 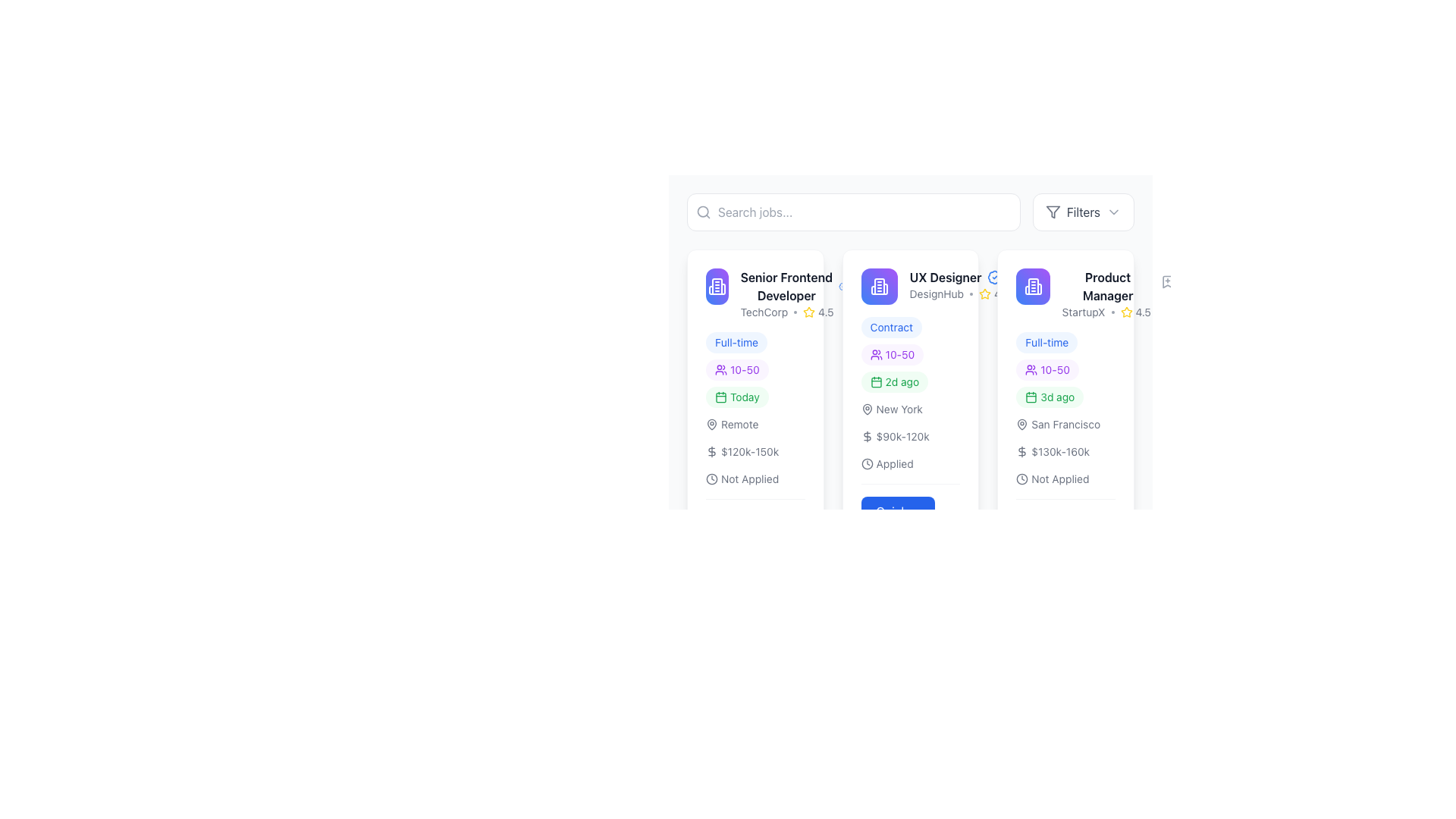 I want to click on the monetary information icon that represents the salary range ('$130k-160k') in the third job card located in the far right column of the interface, so click(x=1022, y=451).